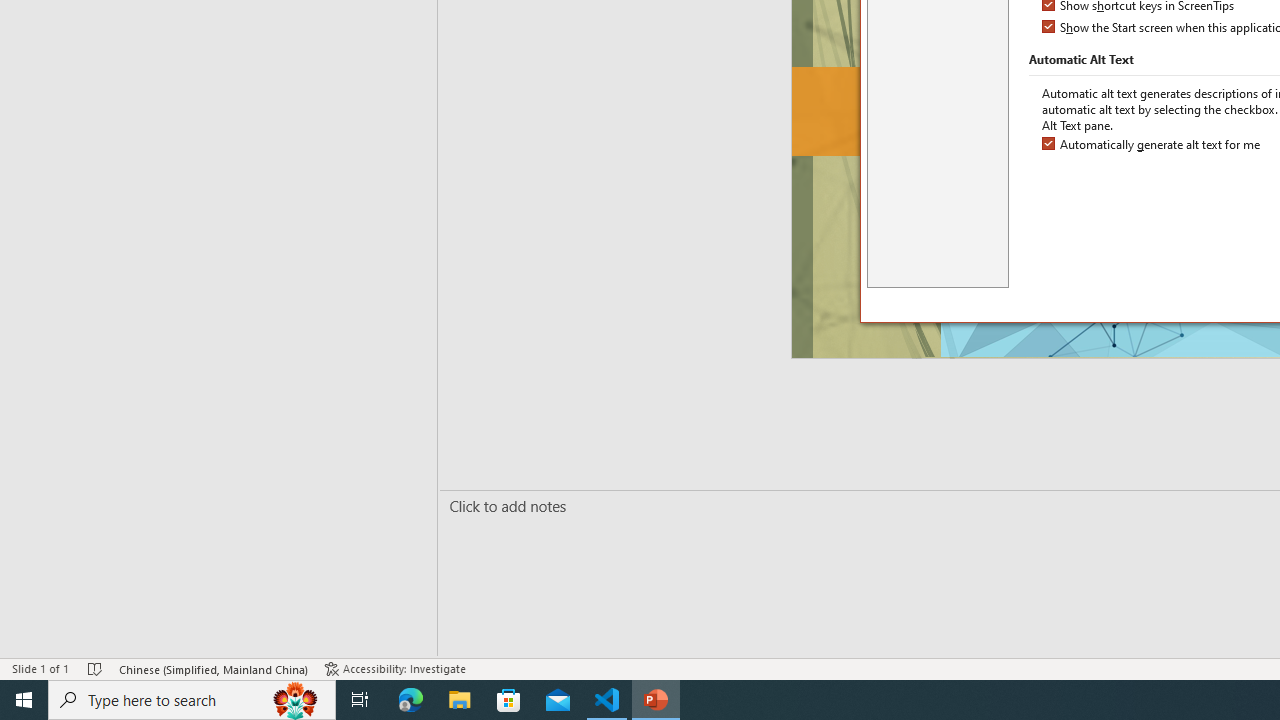 This screenshot has width=1280, height=720. What do you see at coordinates (1153, 144) in the screenshot?
I see `'Automatically generate alt text for me'` at bounding box center [1153, 144].